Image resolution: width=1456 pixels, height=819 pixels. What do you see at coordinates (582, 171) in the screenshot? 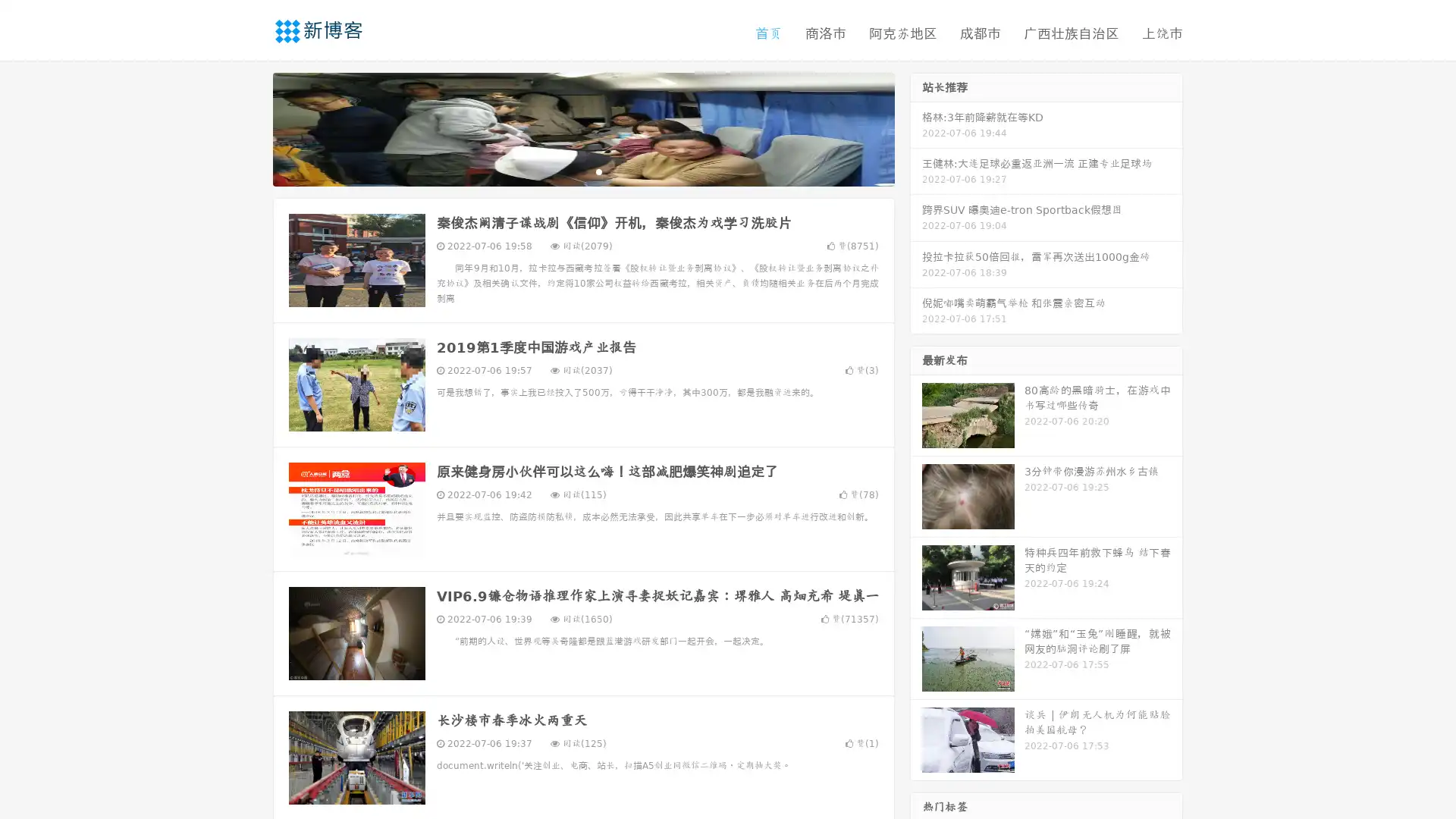
I see `Go to slide 2` at bounding box center [582, 171].